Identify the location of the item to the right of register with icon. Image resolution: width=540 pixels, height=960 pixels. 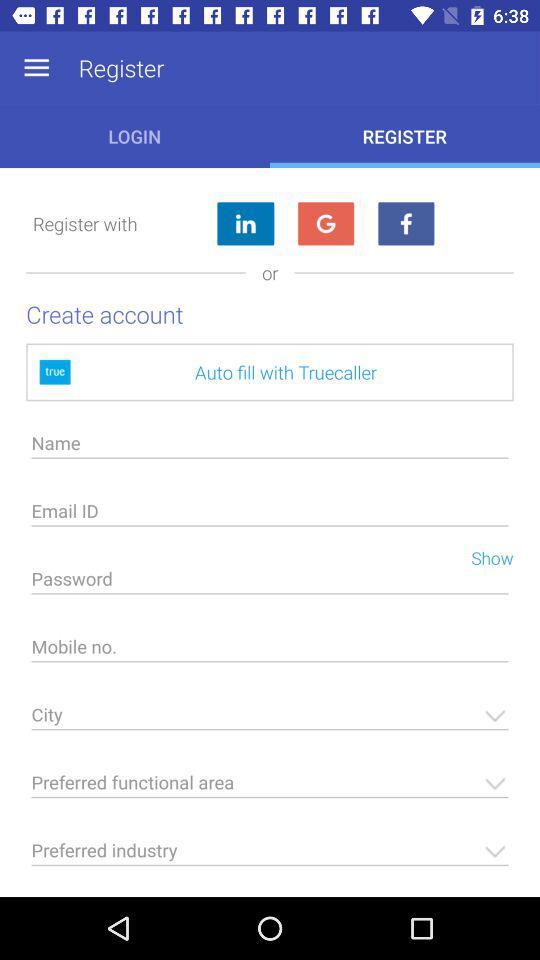
(245, 224).